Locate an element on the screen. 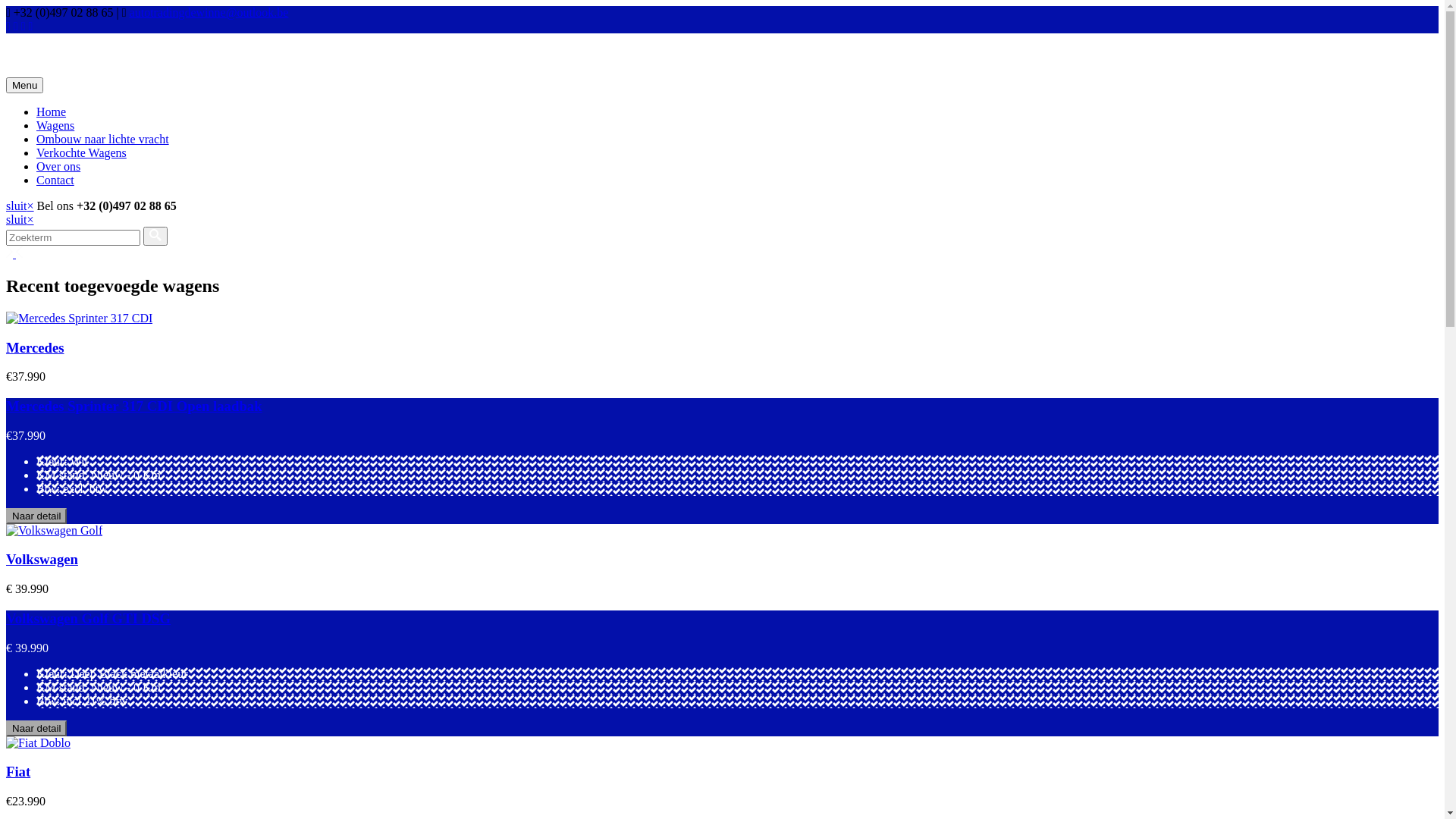 The height and width of the screenshot is (819, 1456). 'autotradingdewinne@outlook.be' is located at coordinates (208, 12).